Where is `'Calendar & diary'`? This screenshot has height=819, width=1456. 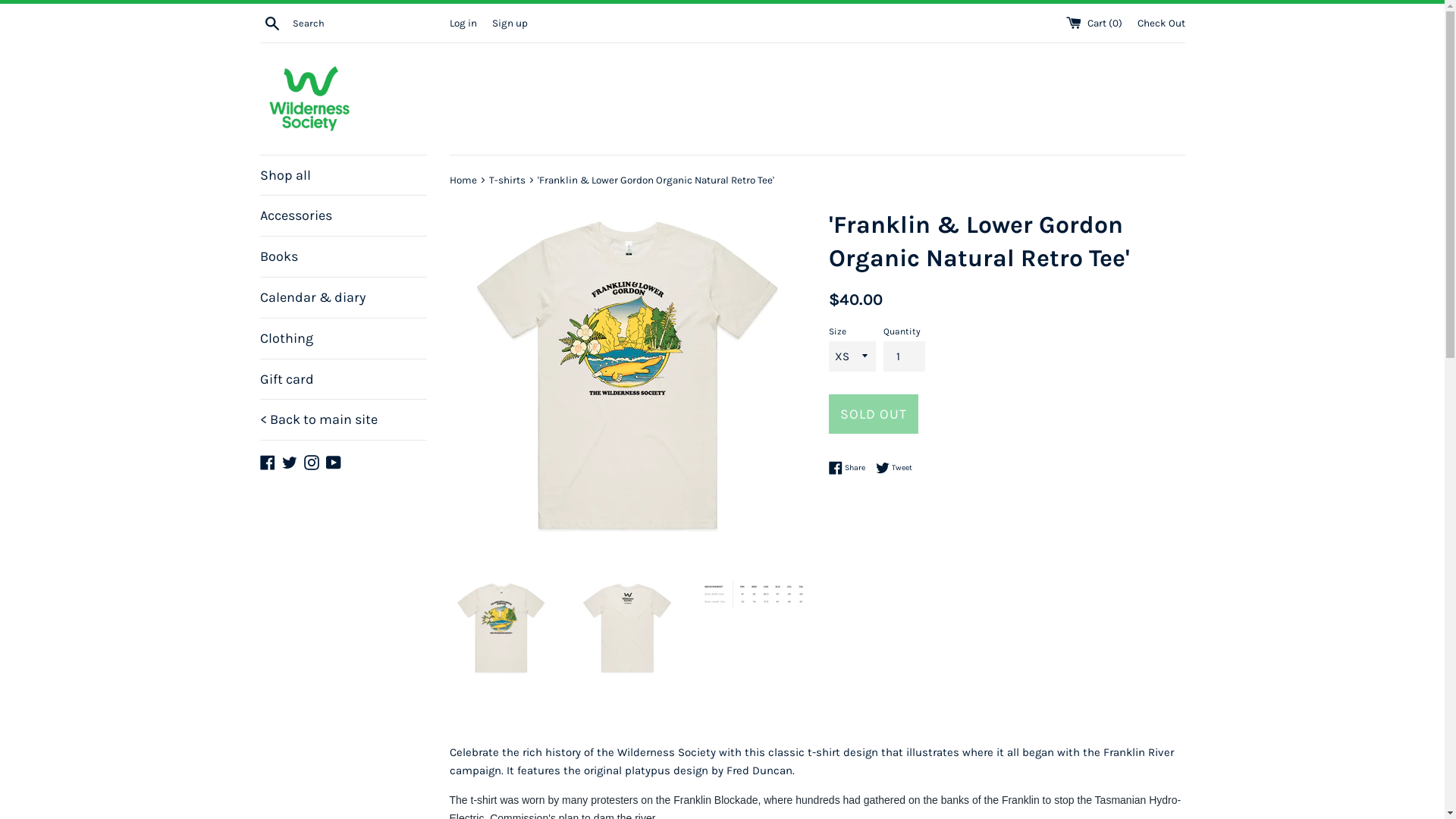
'Calendar & diary' is located at coordinates (259, 297).